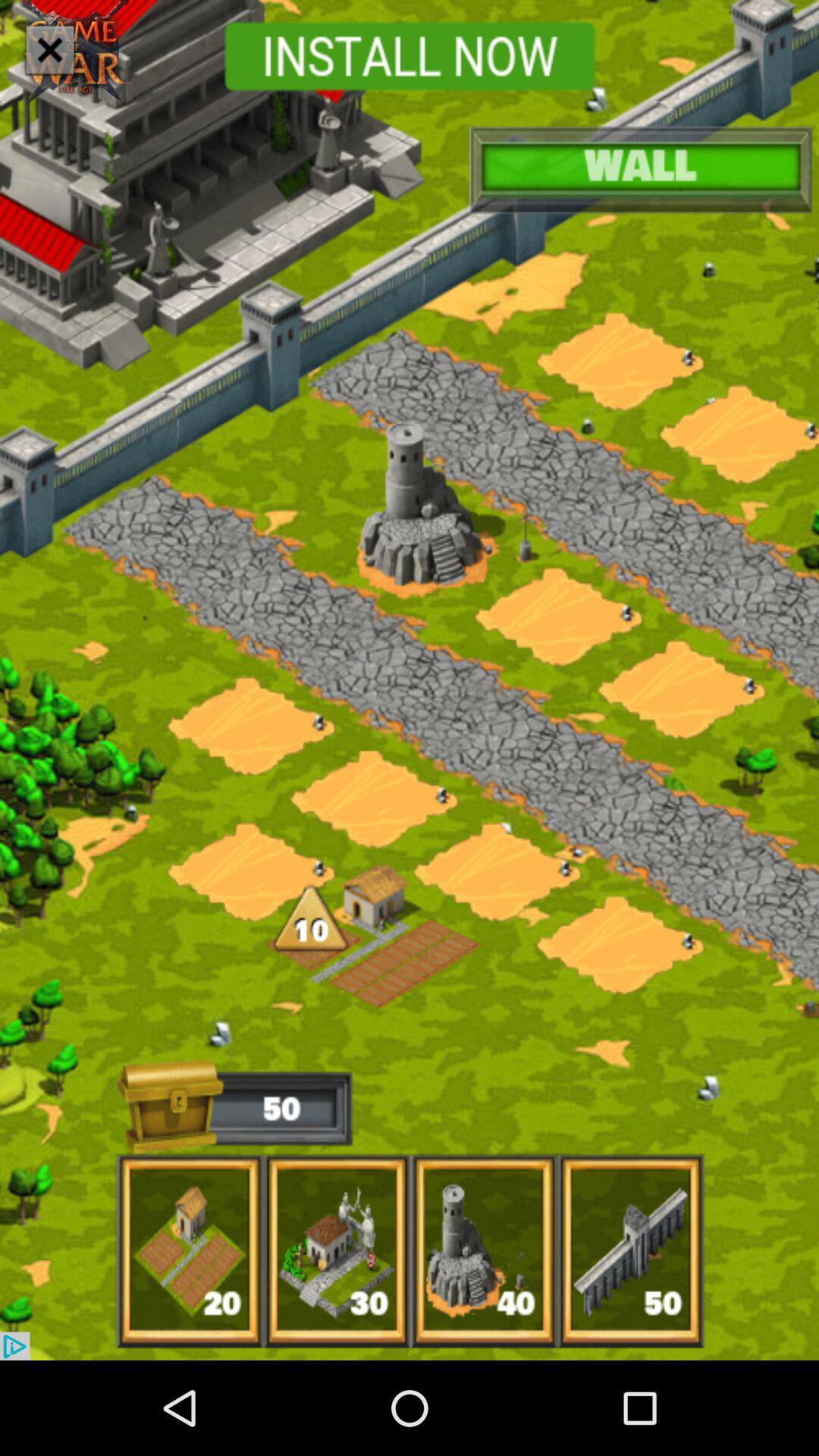  What do you see at coordinates (49, 53) in the screenshot?
I see `the close icon` at bounding box center [49, 53].